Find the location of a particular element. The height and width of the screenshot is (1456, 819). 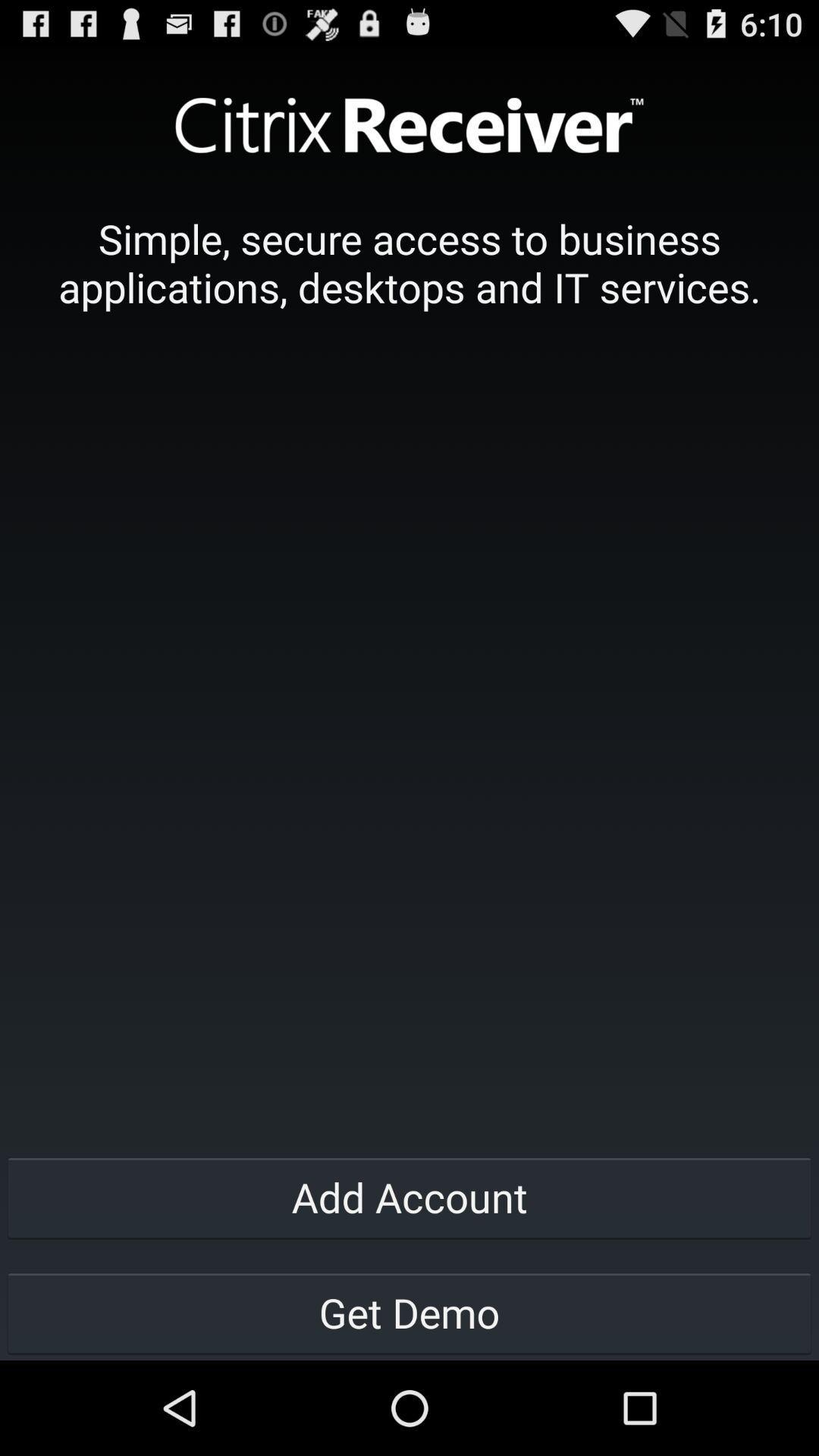

the add account icon is located at coordinates (409, 1196).